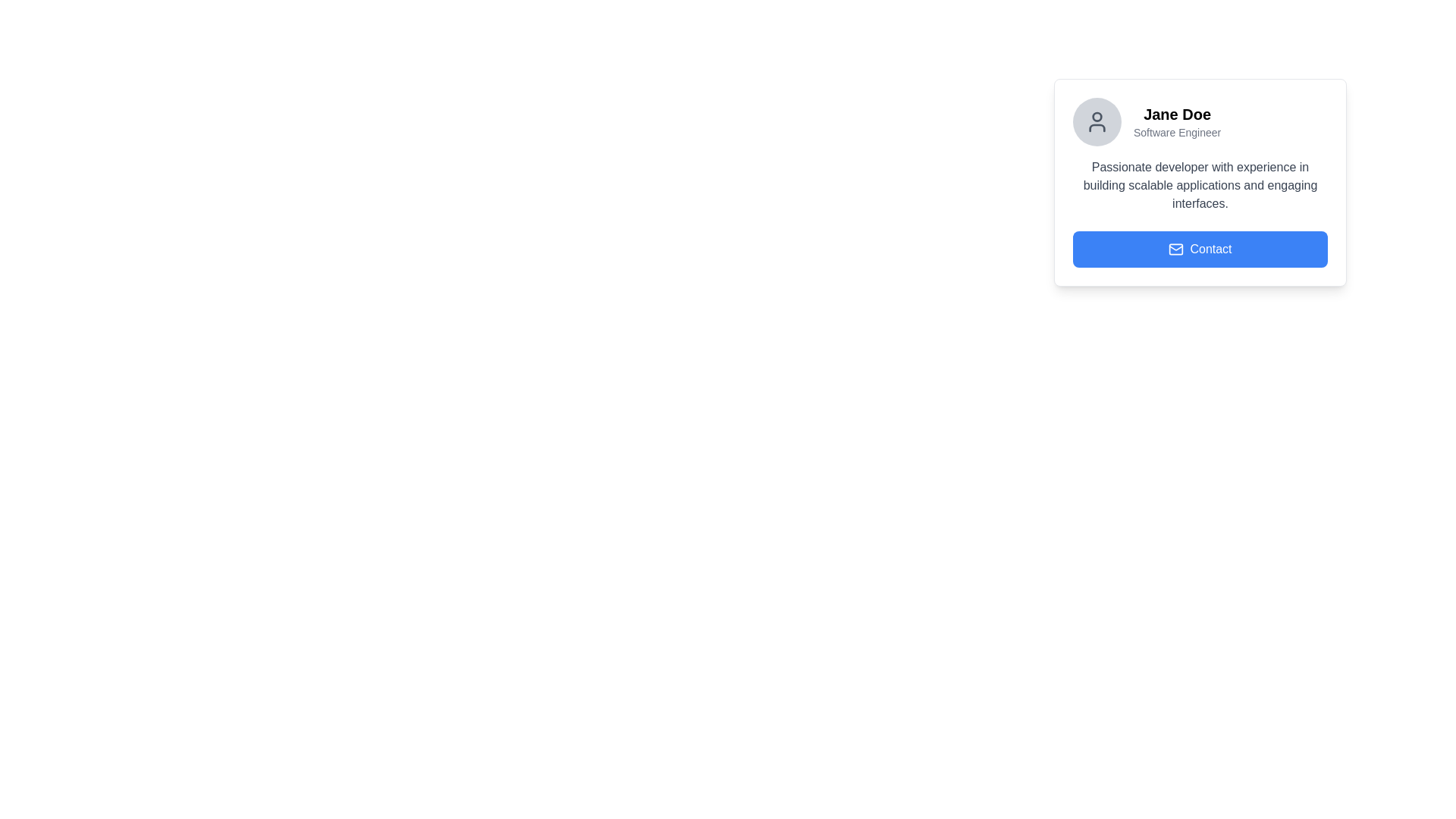 The height and width of the screenshot is (819, 1456). What do you see at coordinates (1176, 113) in the screenshot?
I see `the text label displaying 'Jane Doe', which is prominently styled in bold and located at the top of a profile card layout, adjacent to the avatar` at bounding box center [1176, 113].